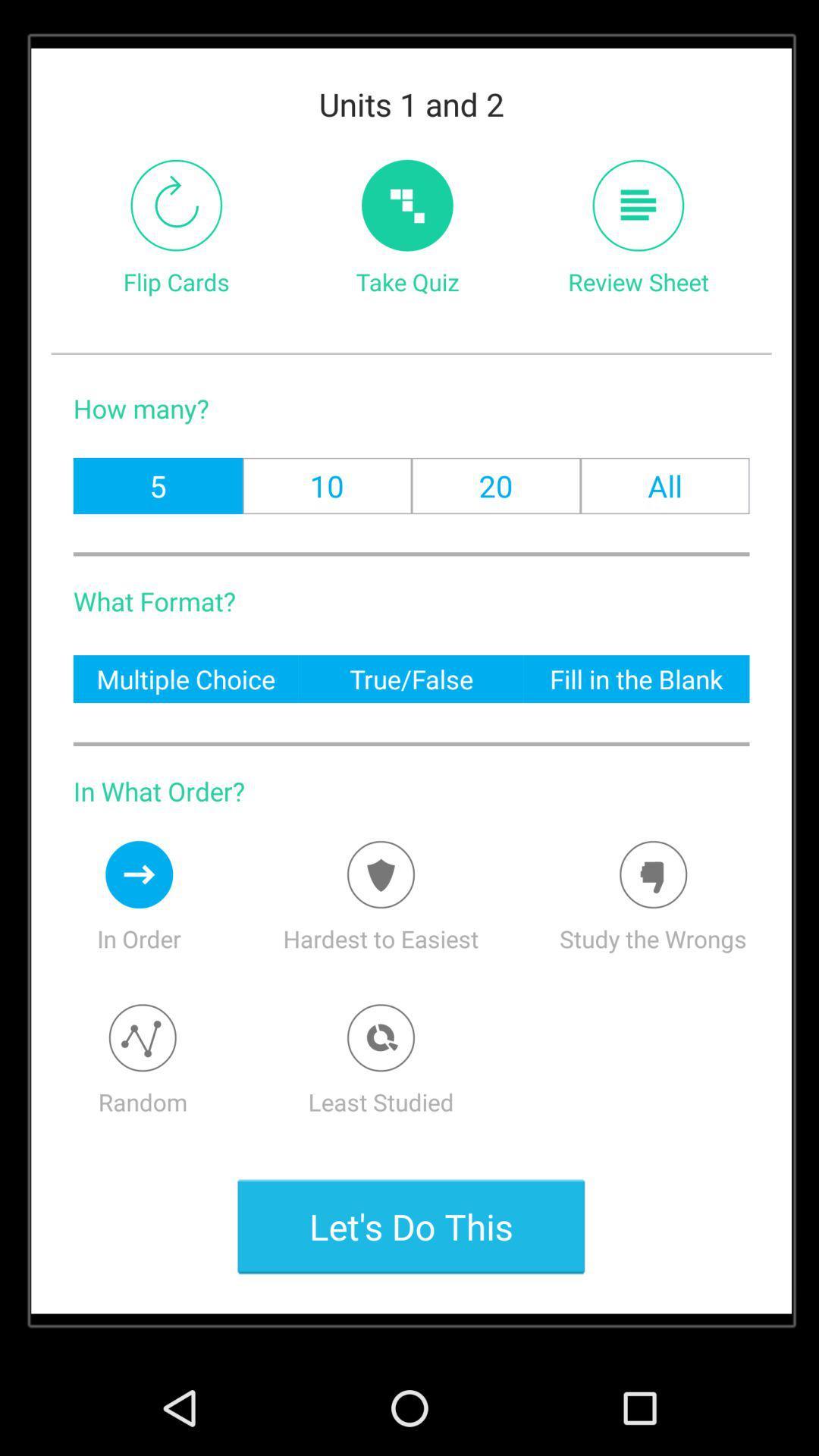 Image resolution: width=819 pixels, height=1456 pixels. I want to click on the let s do icon, so click(411, 1226).